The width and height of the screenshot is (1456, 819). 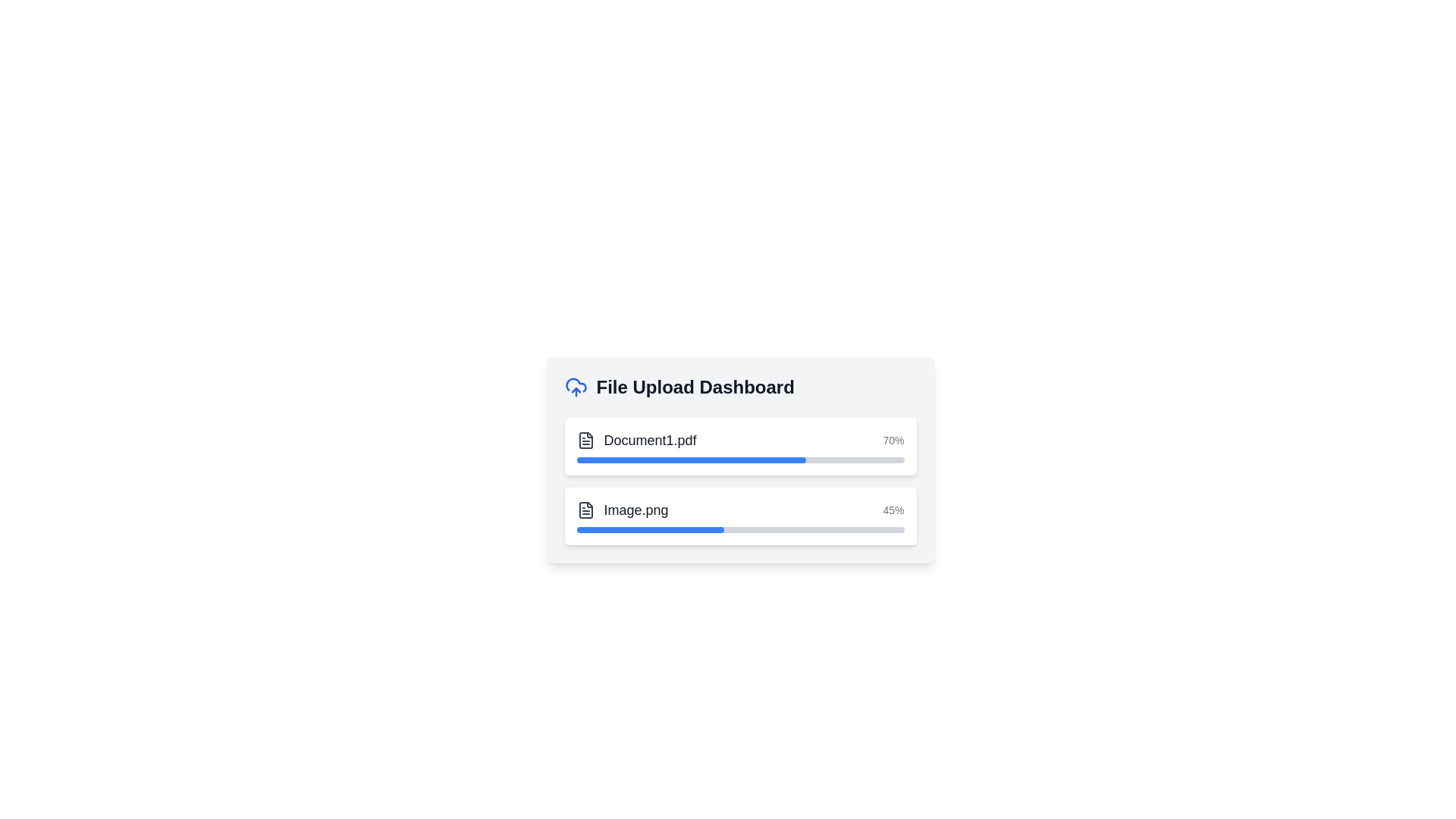 I want to click on the Informational panel titled 'File Upload Dashboard' that displays file upload progress and details, so click(x=740, y=459).